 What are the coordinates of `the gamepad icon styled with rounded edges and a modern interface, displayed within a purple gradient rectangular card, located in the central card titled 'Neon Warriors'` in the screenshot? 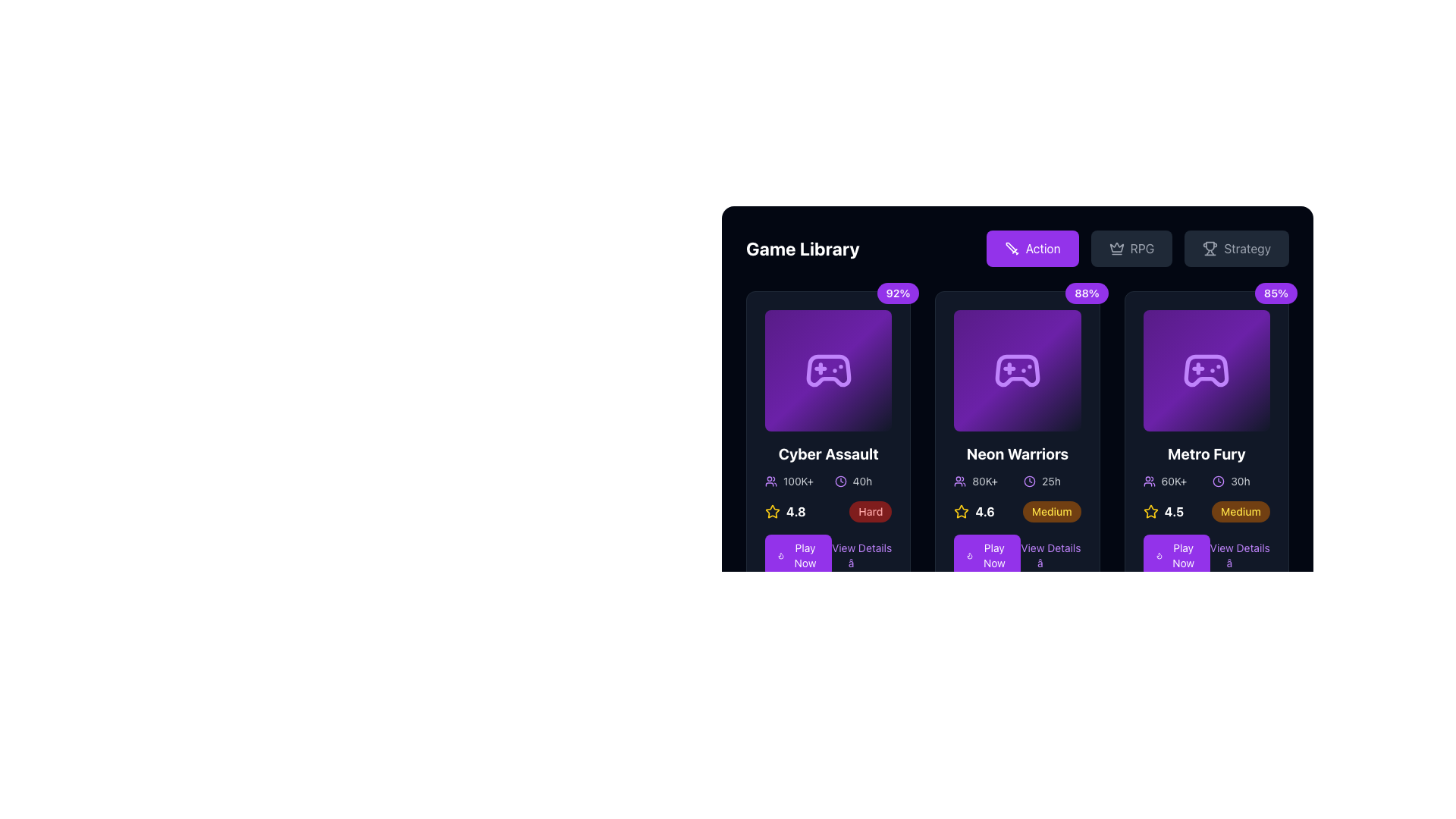 It's located at (1017, 371).